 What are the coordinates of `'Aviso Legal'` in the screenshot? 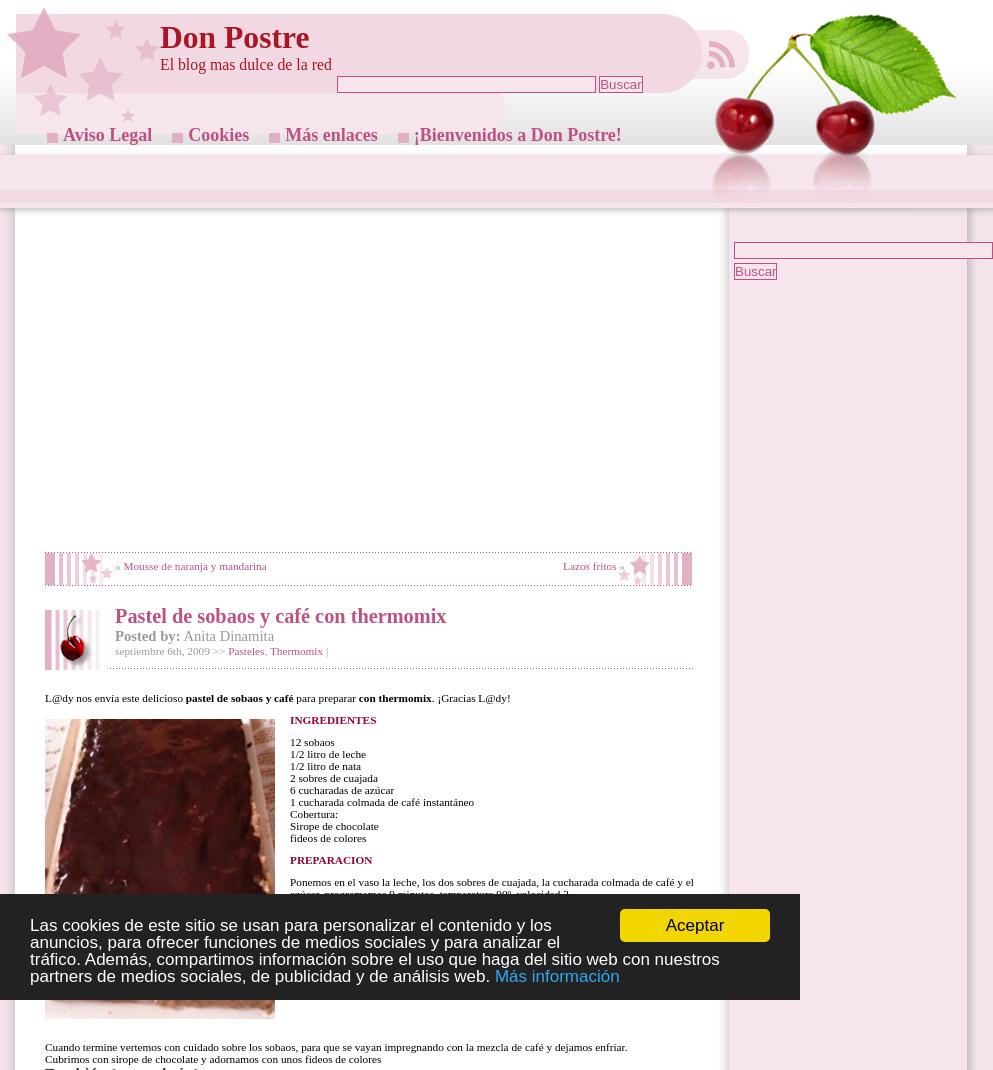 It's located at (106, 135).